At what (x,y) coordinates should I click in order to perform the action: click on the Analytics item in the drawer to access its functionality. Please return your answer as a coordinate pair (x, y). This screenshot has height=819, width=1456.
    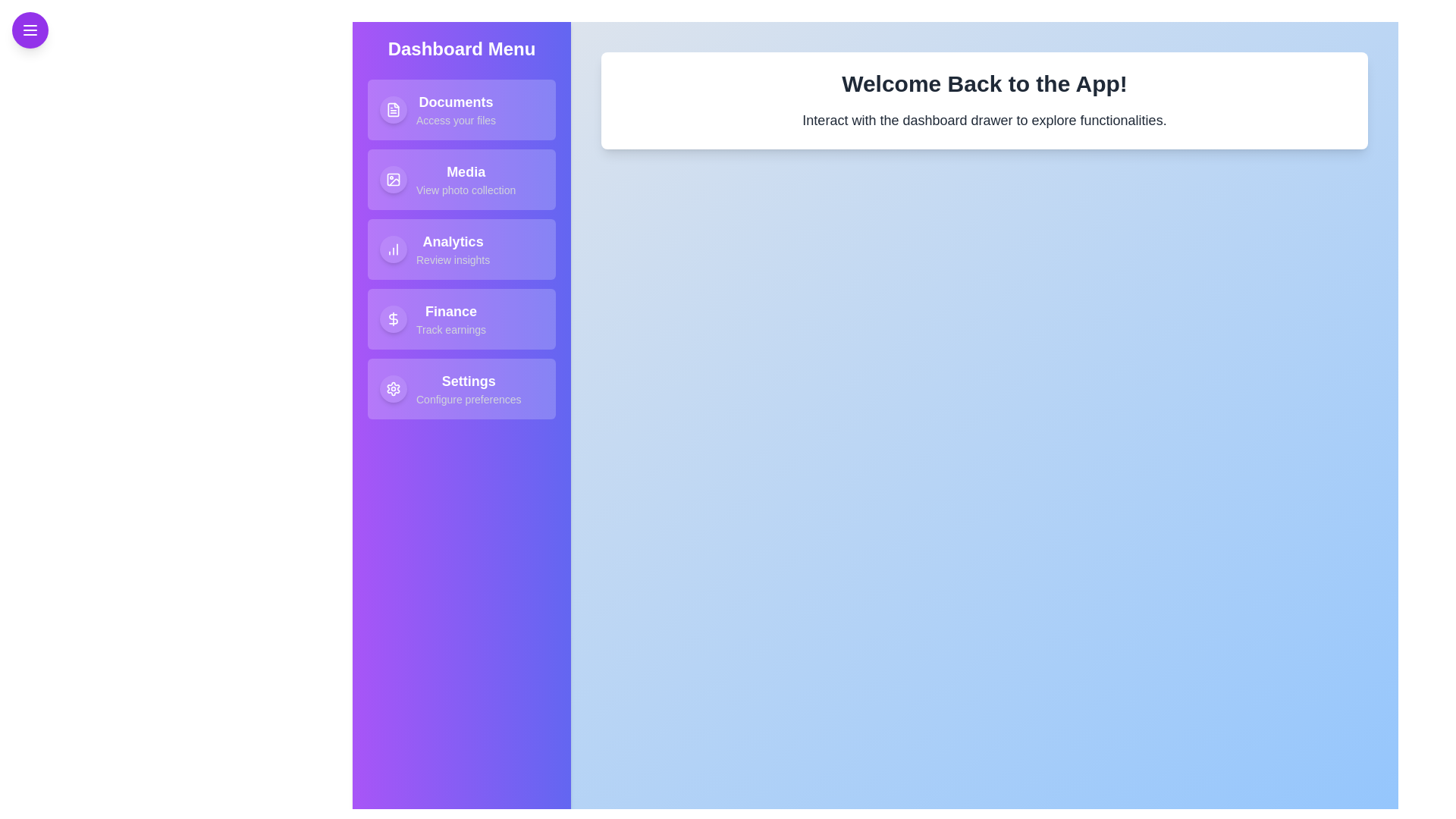
    Looking at the image, I should click on (461, 248).